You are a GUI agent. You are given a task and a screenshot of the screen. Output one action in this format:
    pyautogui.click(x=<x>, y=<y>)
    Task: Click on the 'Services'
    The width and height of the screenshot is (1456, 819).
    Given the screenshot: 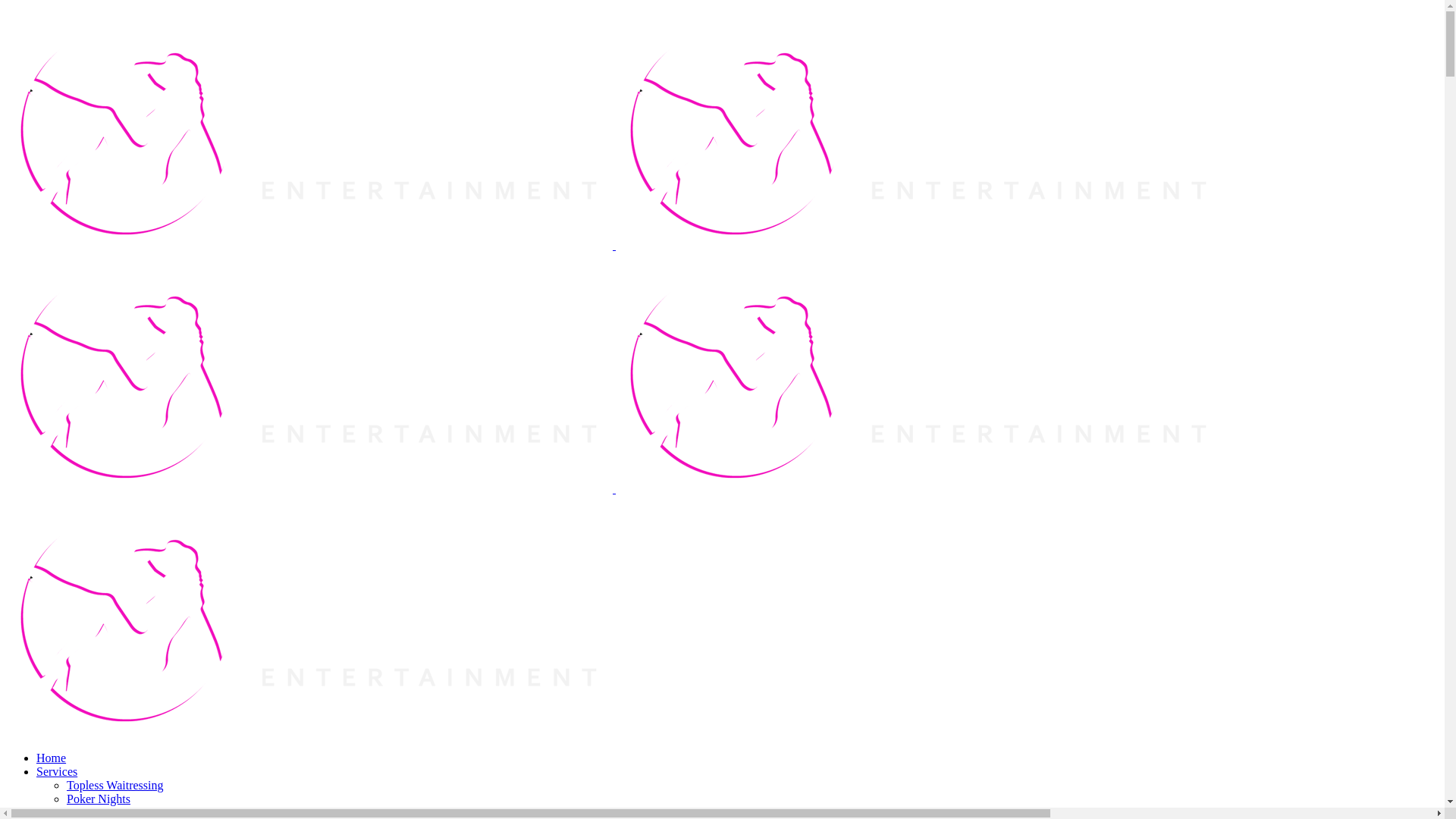 What is the action you would take?
    pyautogui.click(x=57, y=771)
    